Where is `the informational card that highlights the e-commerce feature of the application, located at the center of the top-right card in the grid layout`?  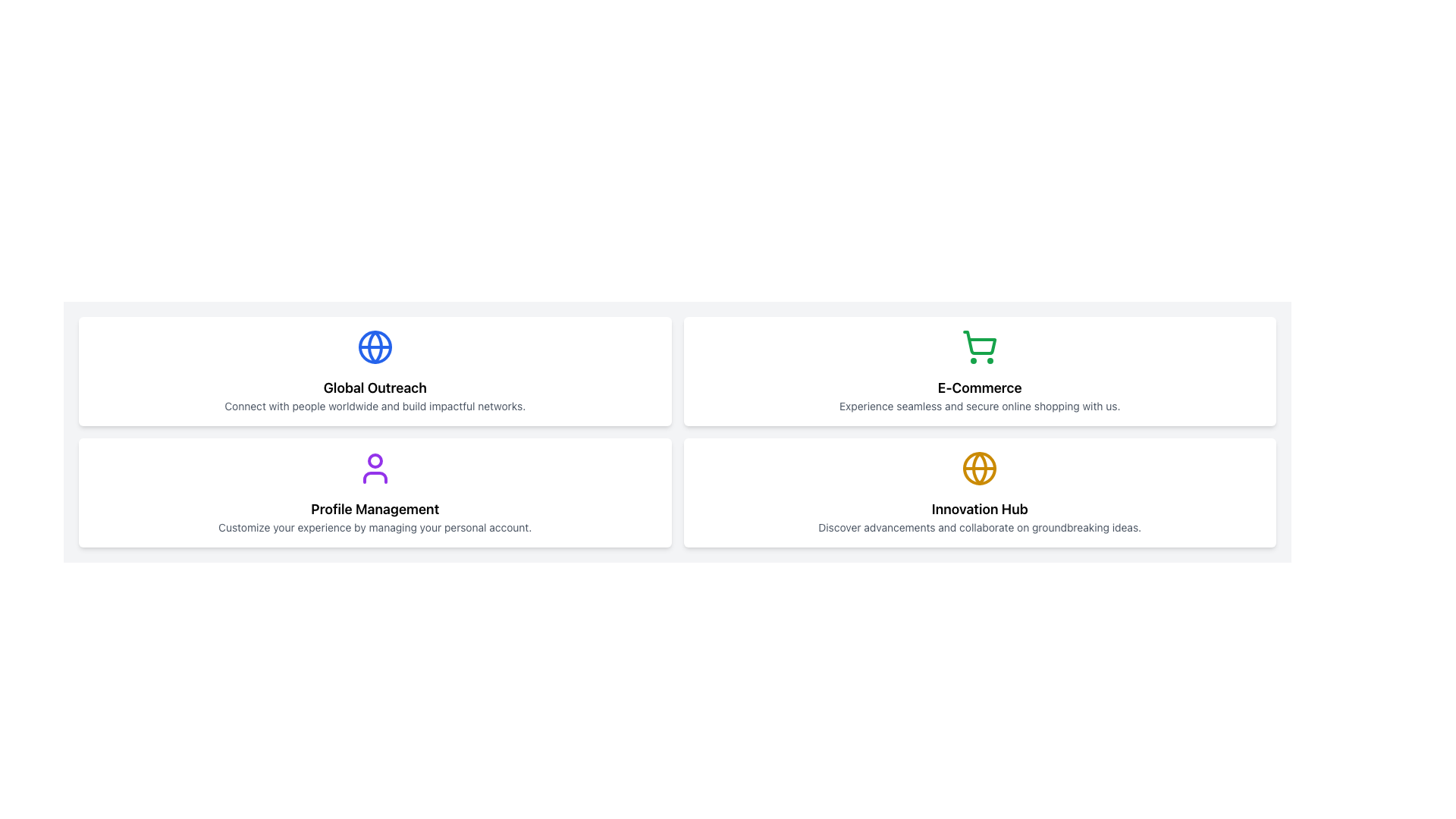
the informational card that highlights the e-commerce feature of the application, located at the center of the top-right card in the grid layout is located at coordinates (980, 371).